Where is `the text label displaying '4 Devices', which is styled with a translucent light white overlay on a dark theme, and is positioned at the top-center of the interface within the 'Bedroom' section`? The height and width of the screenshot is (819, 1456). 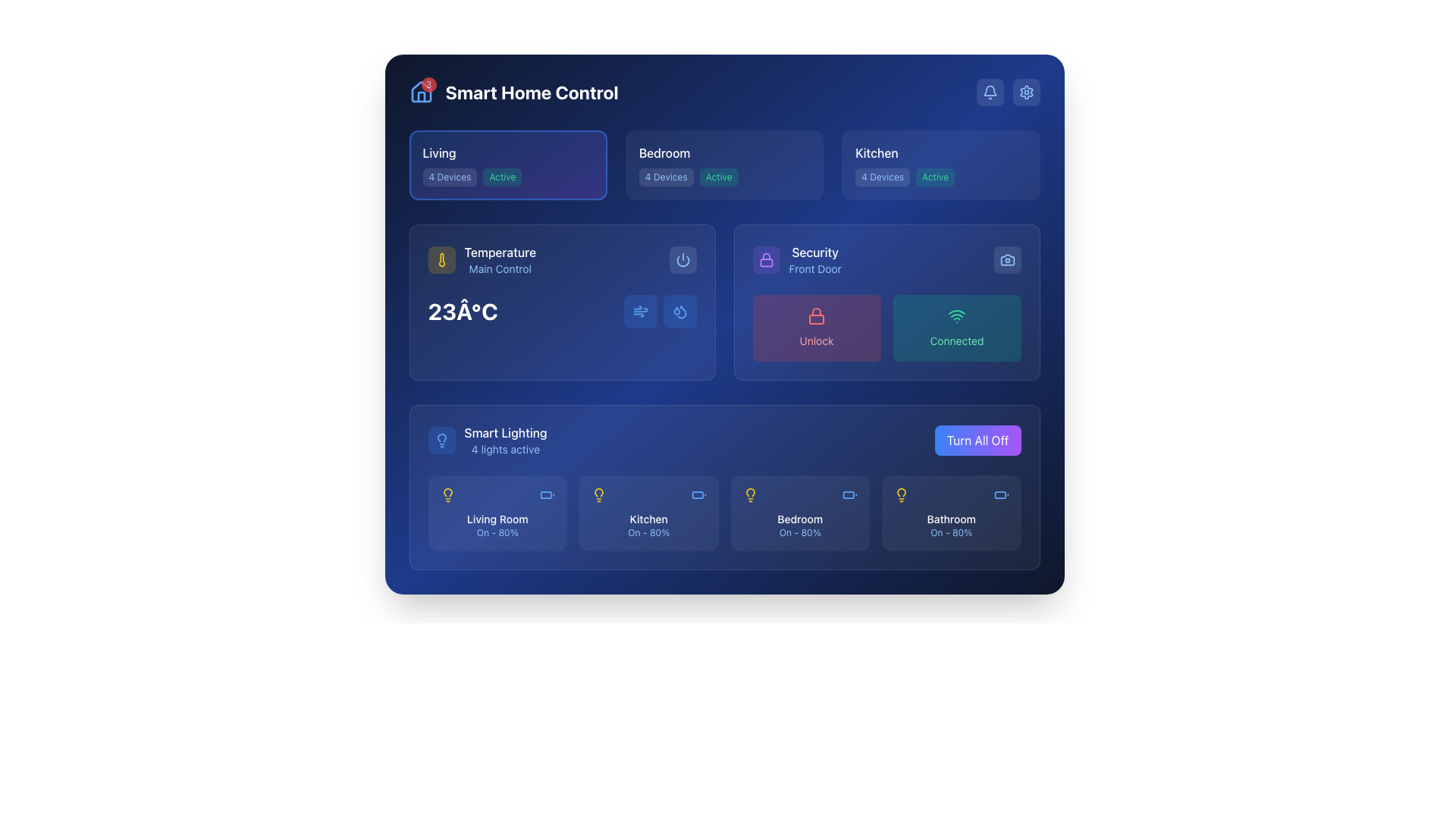
the text label displaying '4 Devices', which is styled with a translucent light white overlay on a dark theme, and is positioned at the top-center of the interface within the 'Bedroom' section is located at coordinates (666, 177).